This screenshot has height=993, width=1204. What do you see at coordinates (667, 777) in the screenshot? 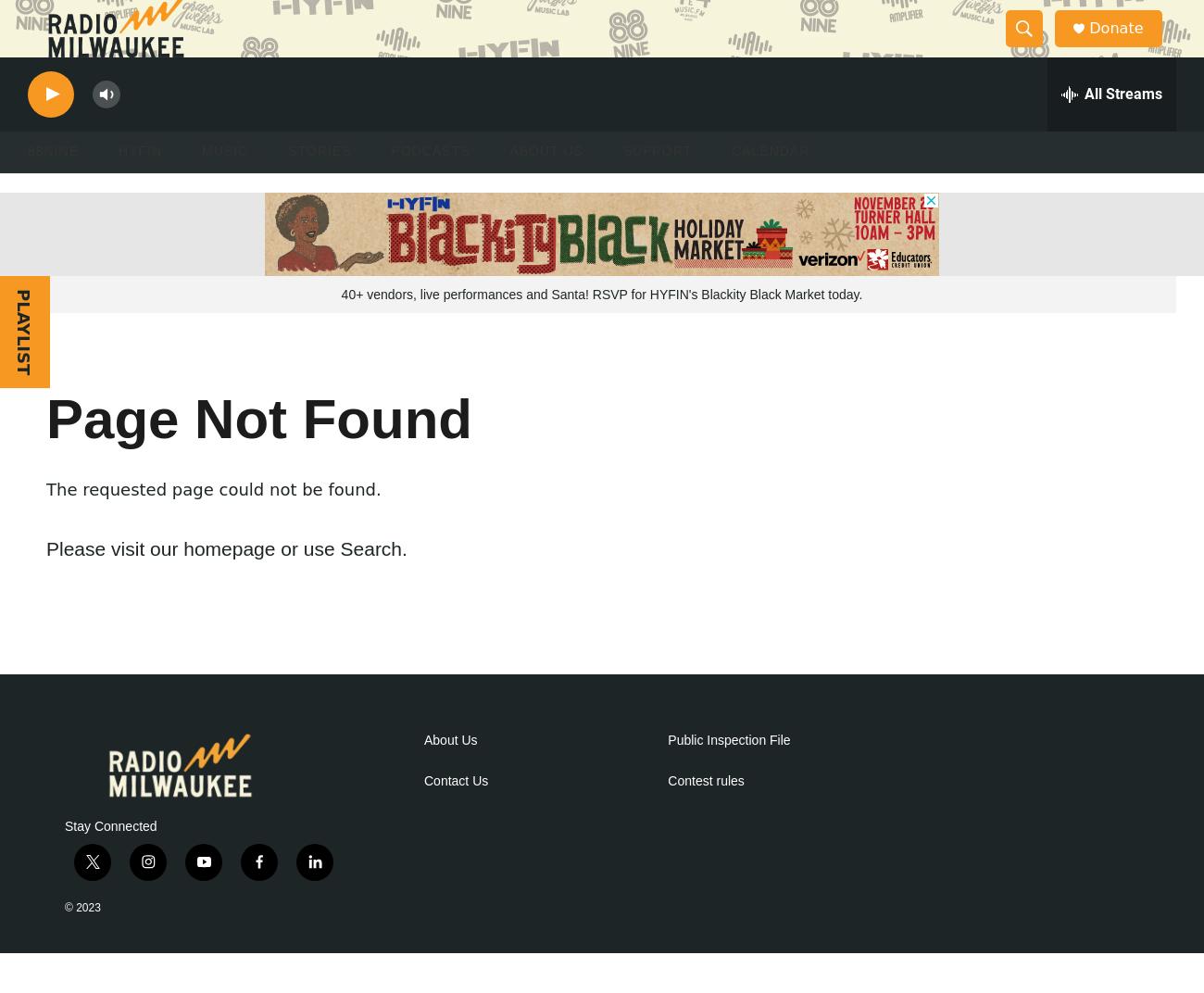
I see `'Public Inspection File'` at bounding box center [667, 777].